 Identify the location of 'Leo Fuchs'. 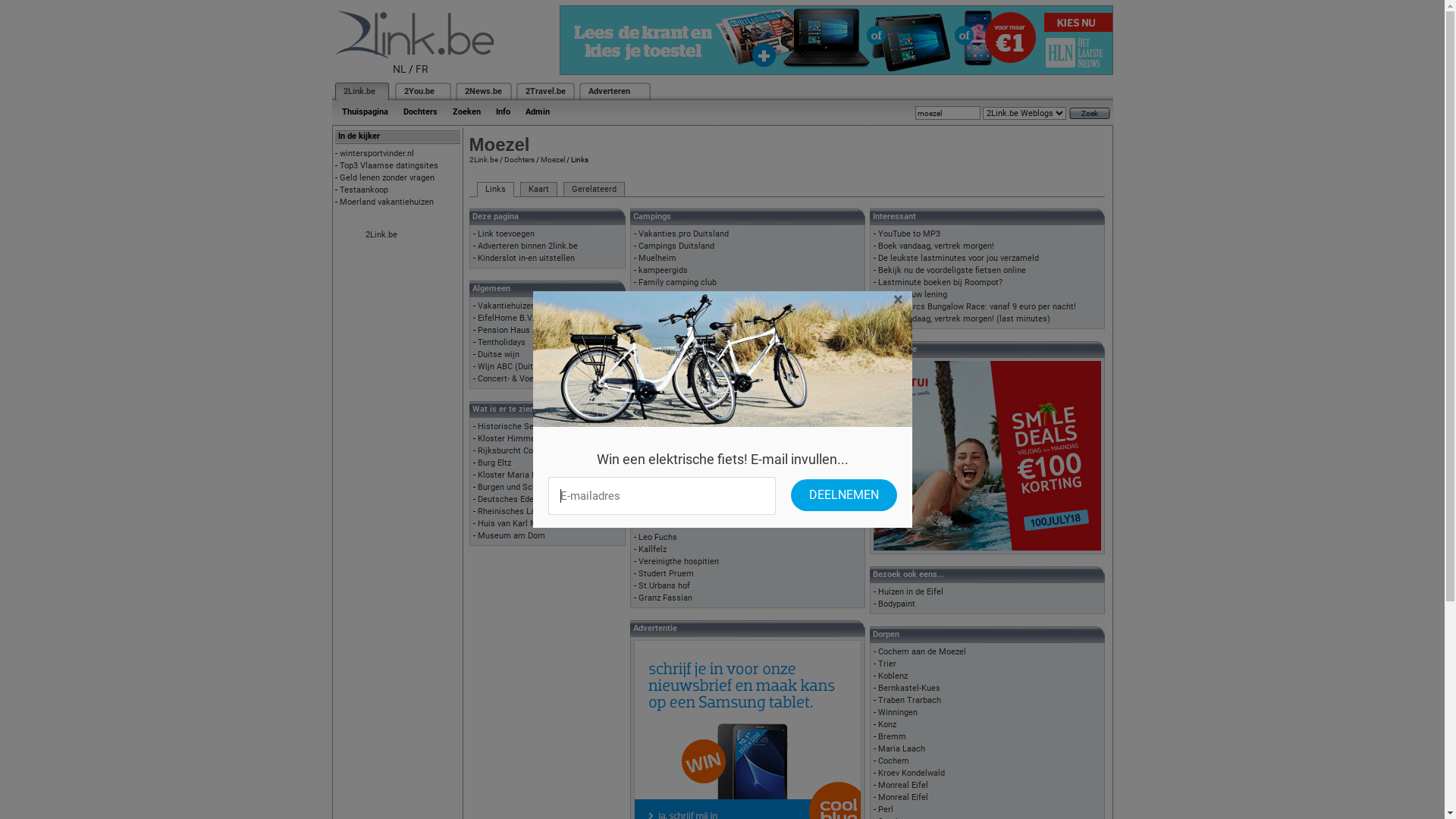
(638, 536).